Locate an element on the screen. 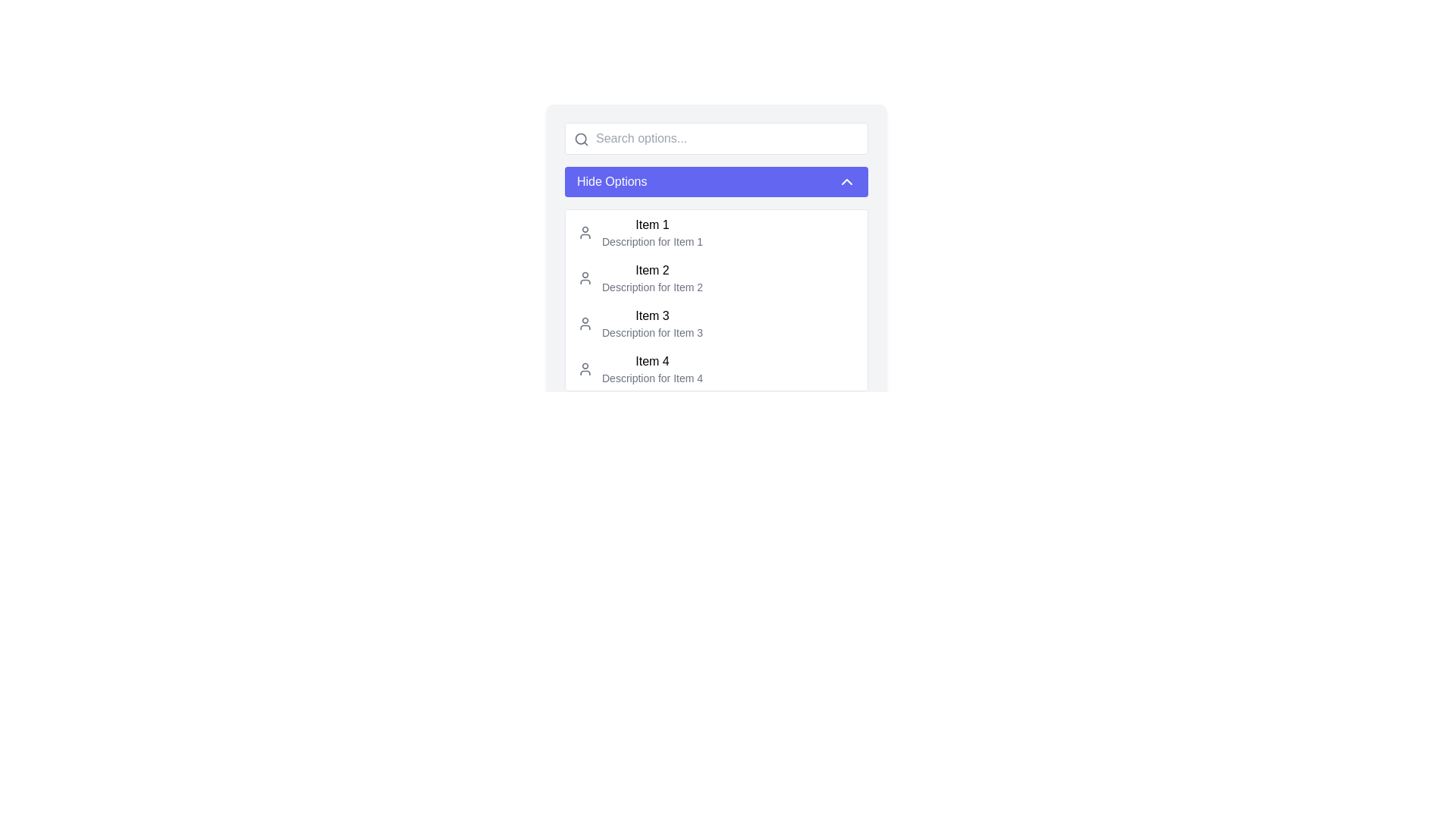 This screenshot has width=1456, height=819. the toggle button located below the search input field to prepare for interaction by moving the cursor to its center point is located at coordinates (716, 180).